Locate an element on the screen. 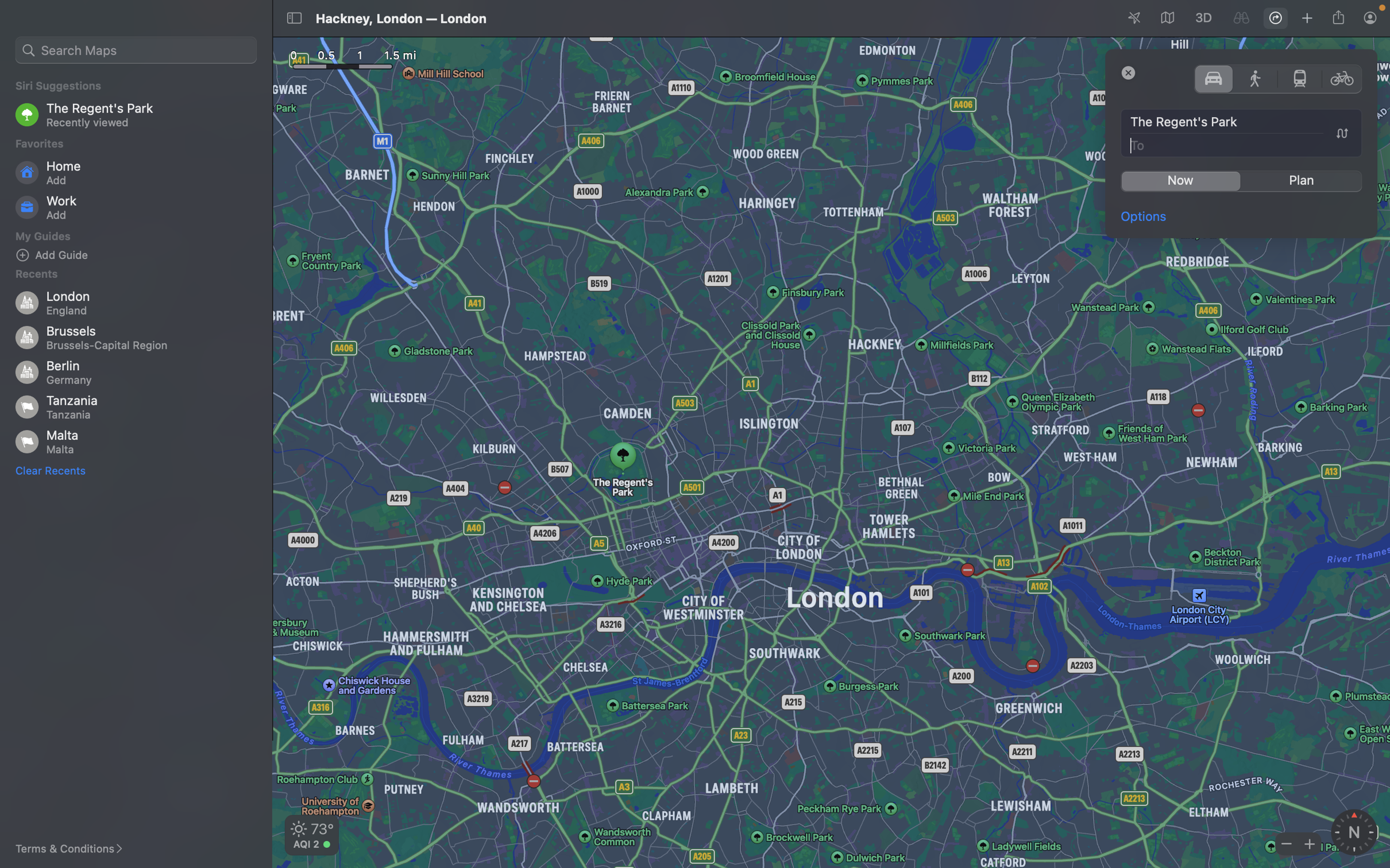 Image resolution: width=1390 pixels, height=868 pixels. Input your starting point of "New York City" into the "start location" field by clicking on the field and typing is located at coordinates (1242, 122).